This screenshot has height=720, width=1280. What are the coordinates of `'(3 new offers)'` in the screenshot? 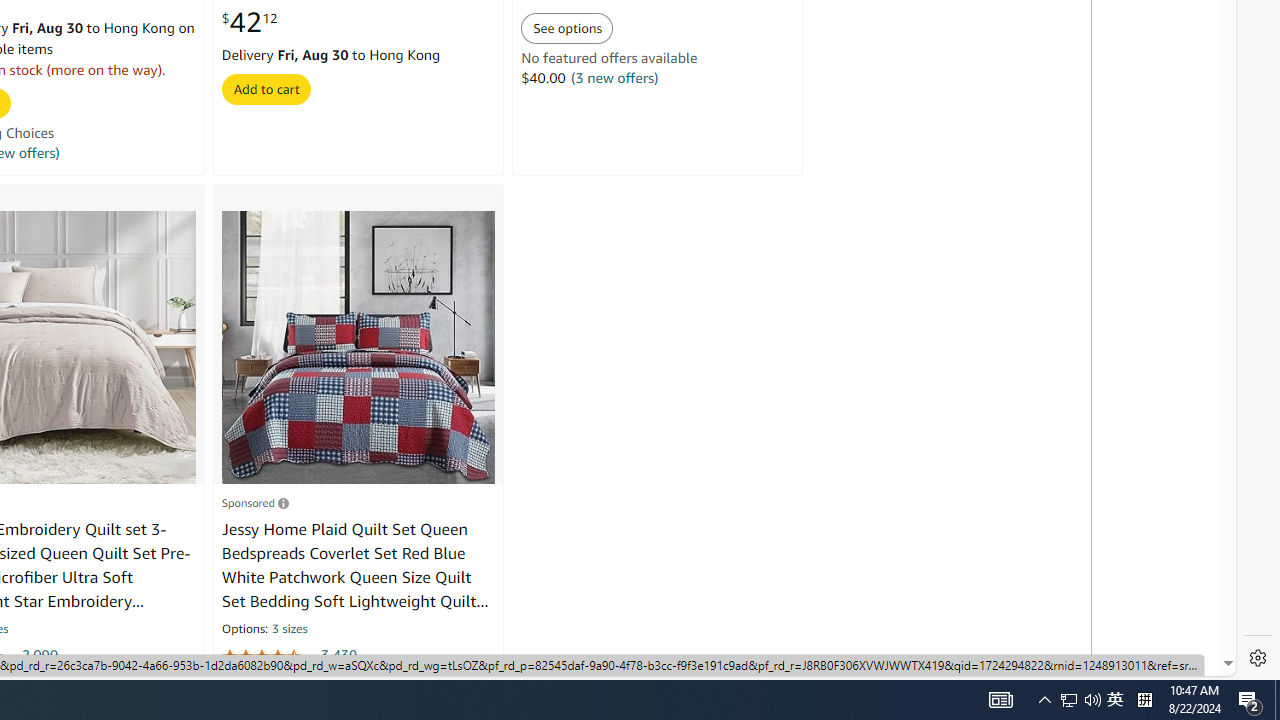 It's located at (614, 77).